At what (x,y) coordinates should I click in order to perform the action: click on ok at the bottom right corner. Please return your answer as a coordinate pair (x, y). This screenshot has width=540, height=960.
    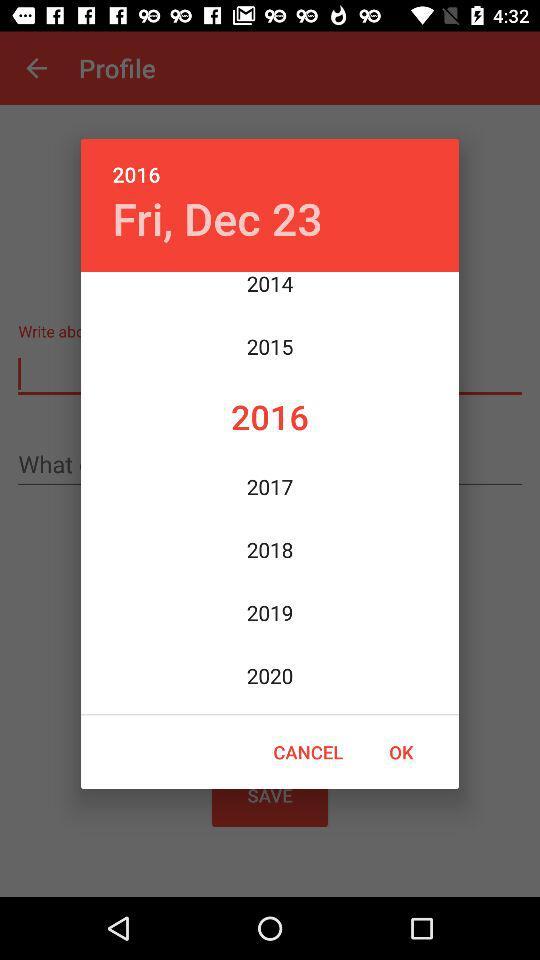
    Looking at the image, I should click on (401, 751).